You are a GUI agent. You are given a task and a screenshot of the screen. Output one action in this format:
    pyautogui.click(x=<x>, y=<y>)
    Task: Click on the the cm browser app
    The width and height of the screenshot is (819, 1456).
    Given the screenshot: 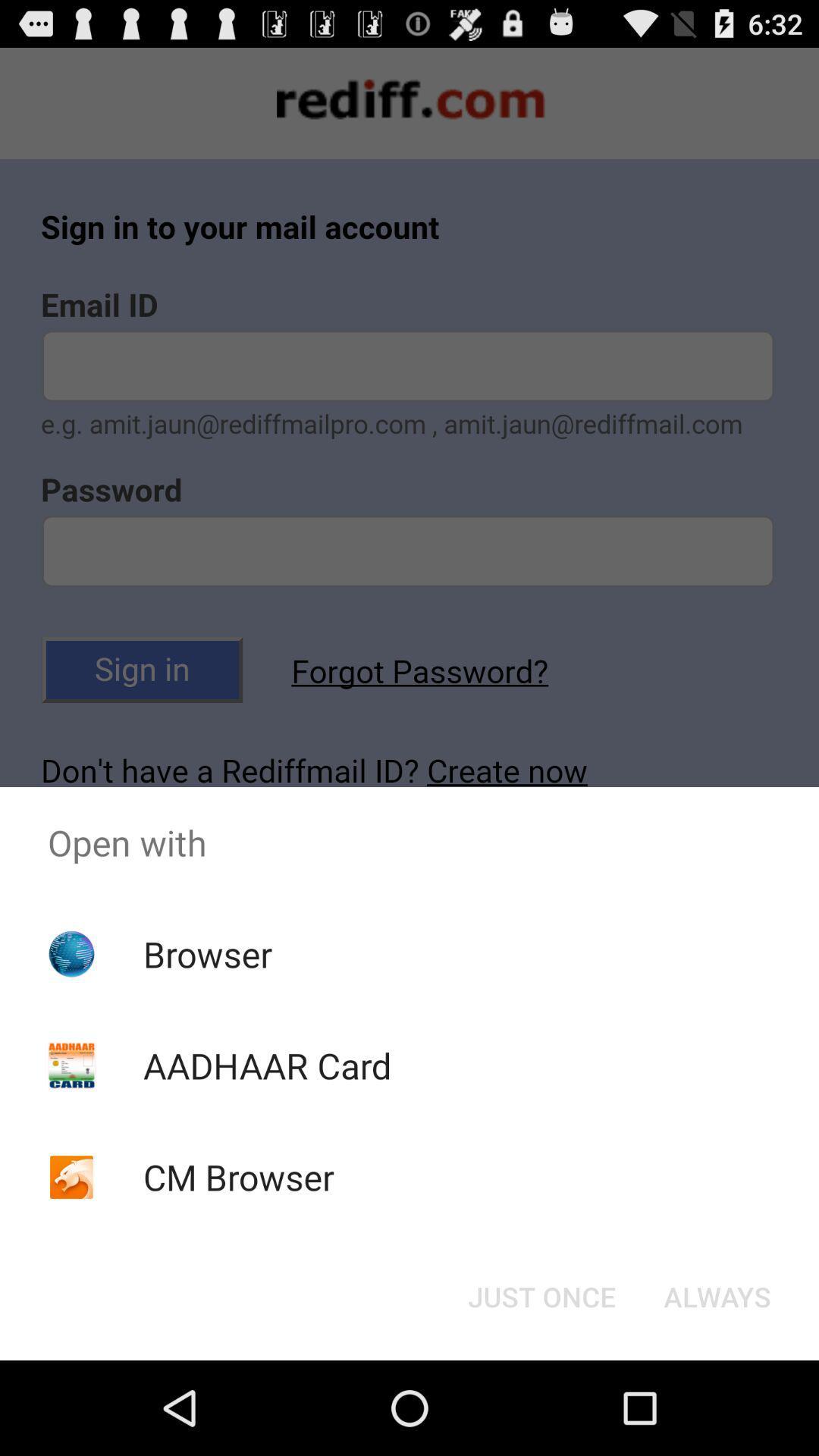 What is the action you would take?
    pyautogui.click(x=239, y=1176)
    